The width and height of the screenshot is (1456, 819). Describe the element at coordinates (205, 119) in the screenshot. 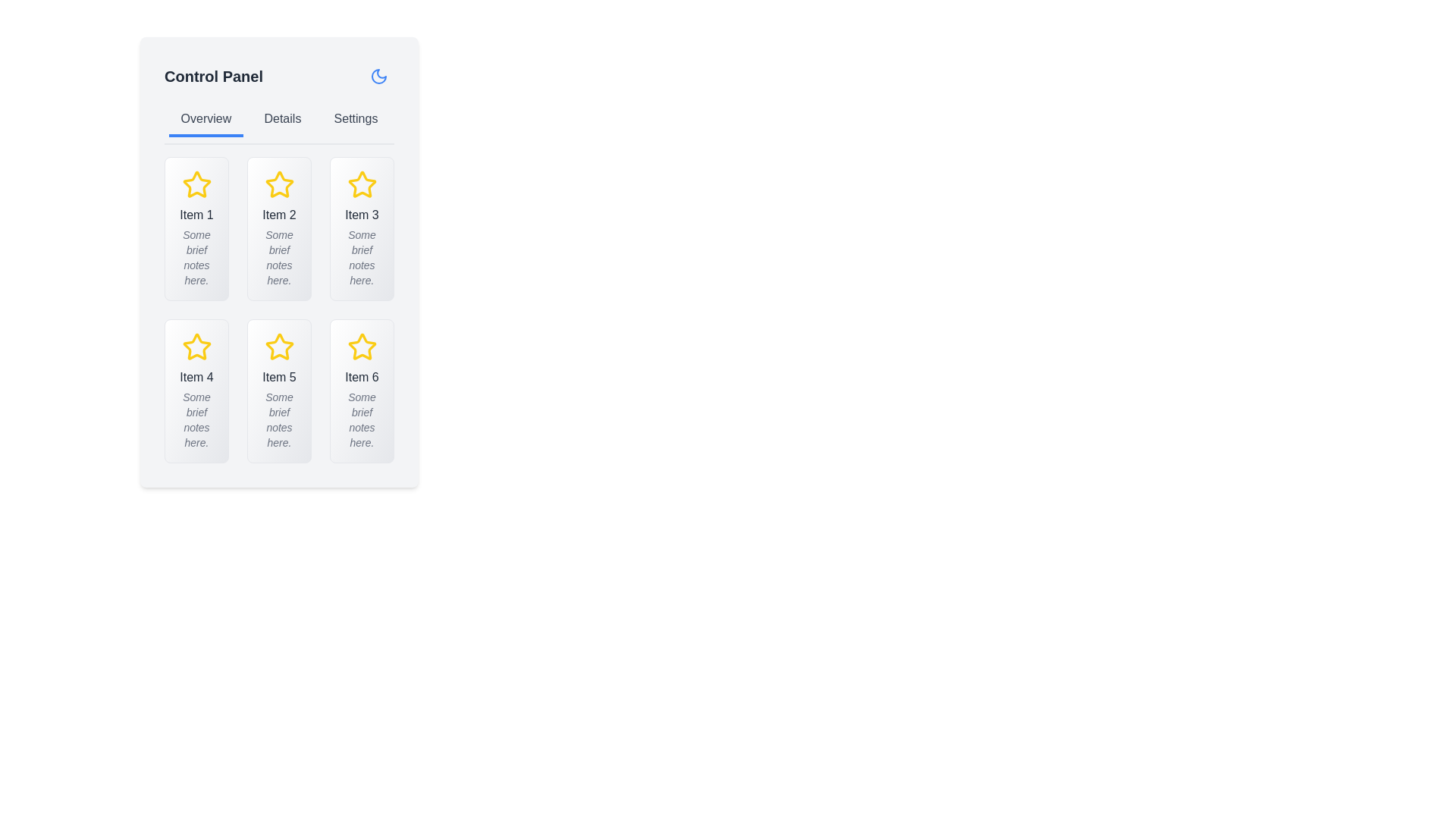

I see `the 'Overview' tab in the navigation bar` at that location.